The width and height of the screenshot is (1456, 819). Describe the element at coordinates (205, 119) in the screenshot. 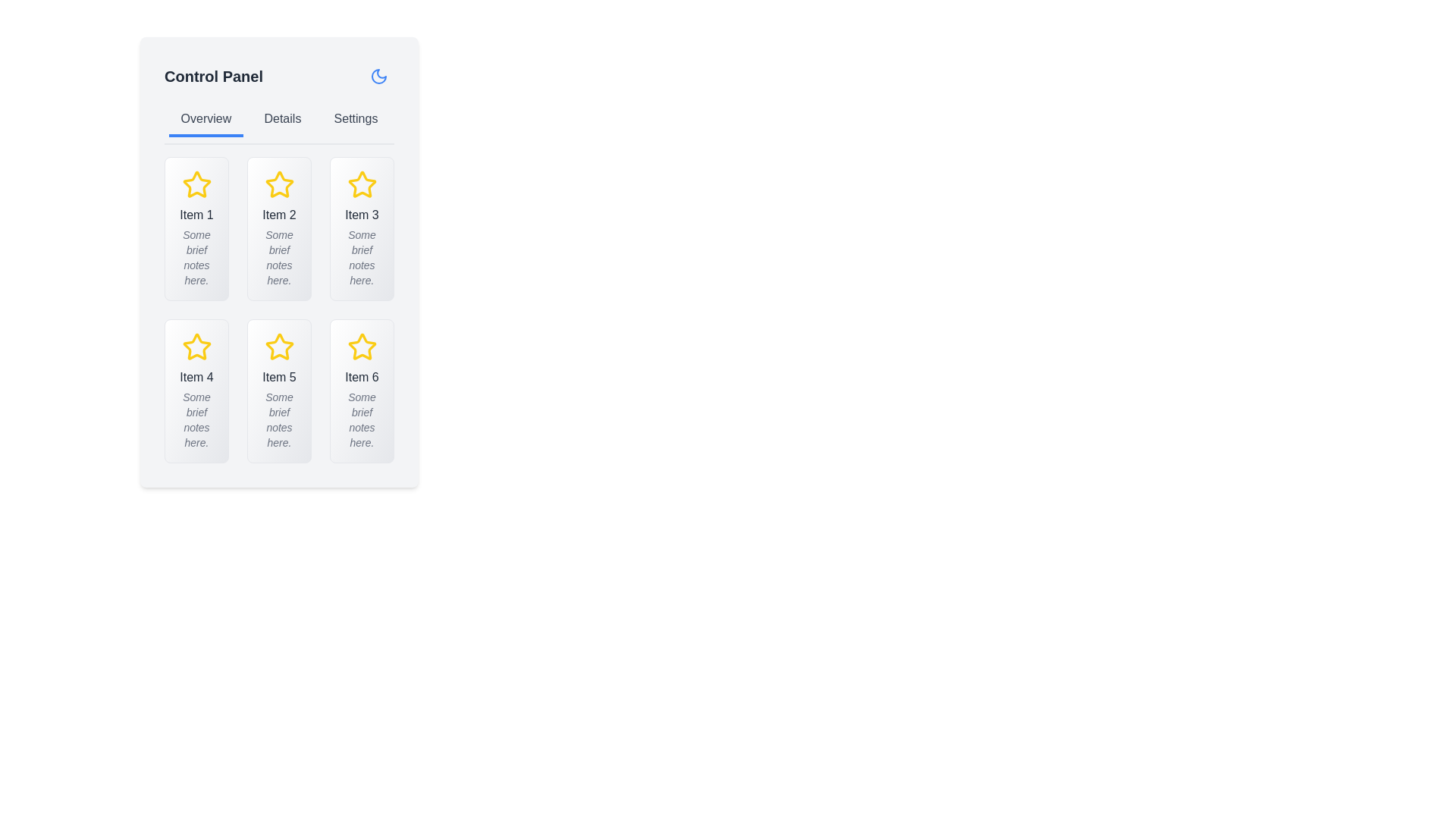

I see `the 'Overview' tab in the navigation bar` at that location.